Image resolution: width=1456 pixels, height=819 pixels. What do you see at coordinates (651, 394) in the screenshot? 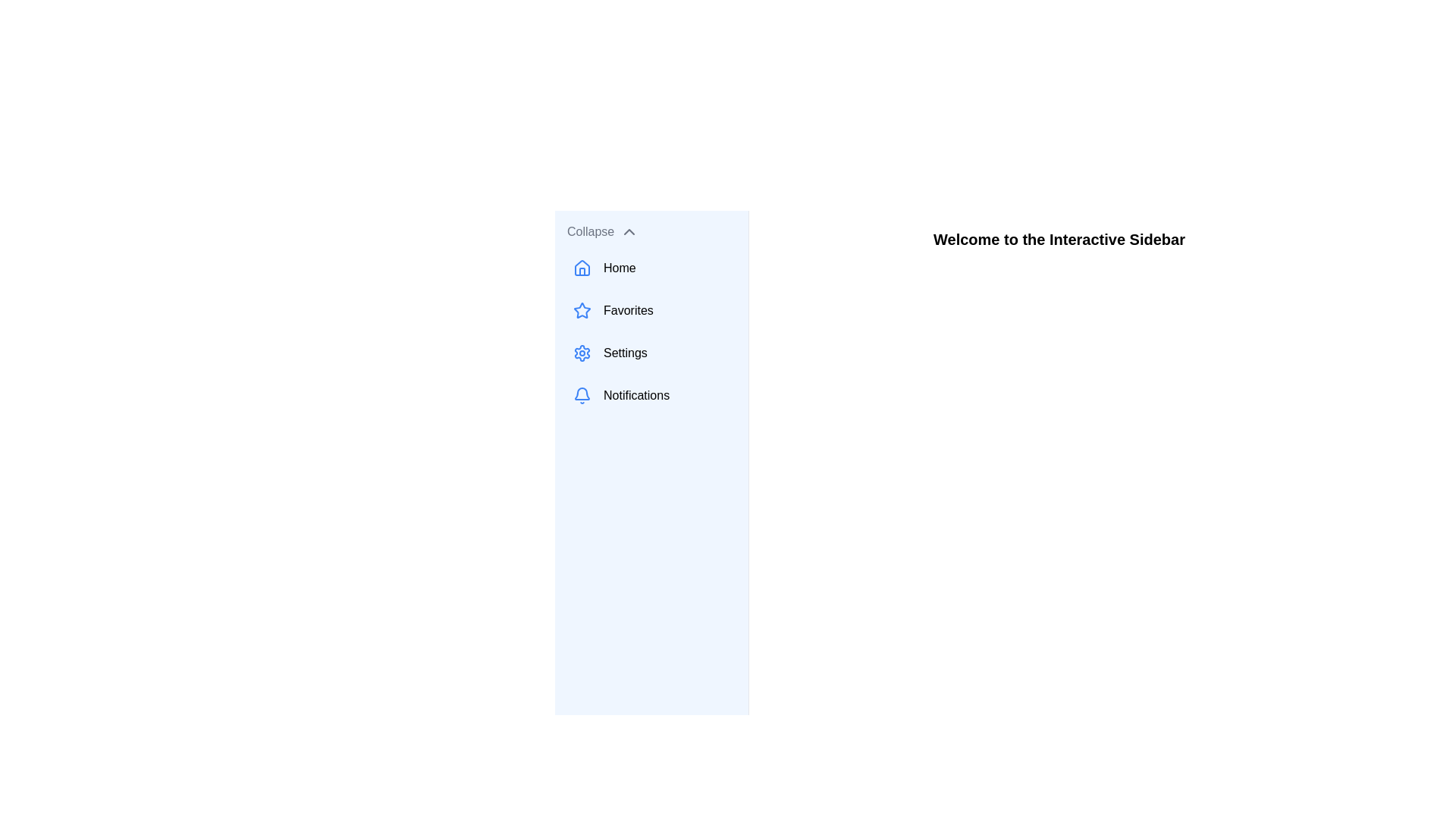
I see `the 'Notifications' navigation link located in the sidebar, which is the fourth item in a vertical list` at bounding box center [651, 394].